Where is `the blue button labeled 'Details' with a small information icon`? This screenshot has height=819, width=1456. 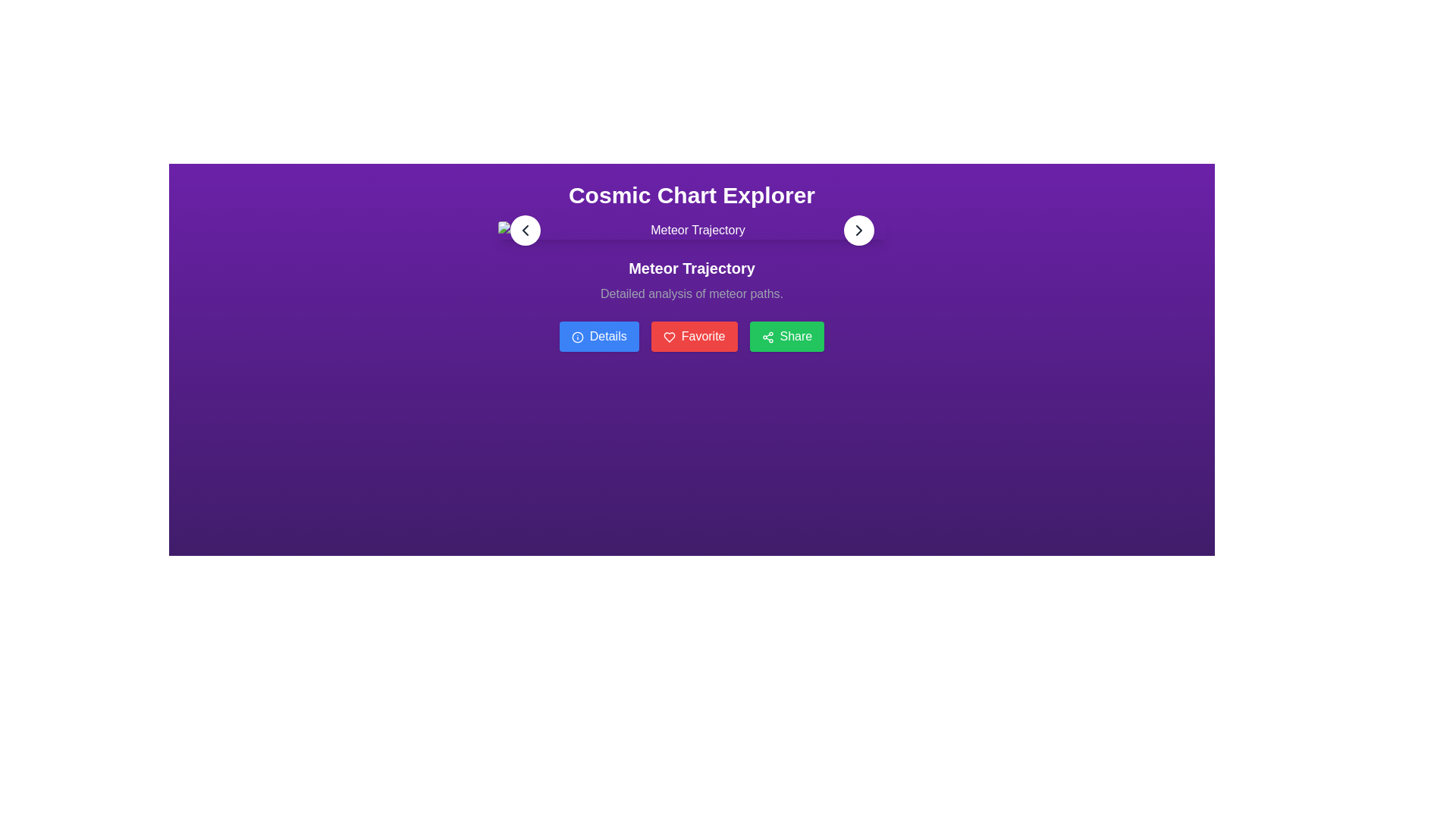
the blue button labeled 'Details' with a small information icon is located at coordinates (598, 335).